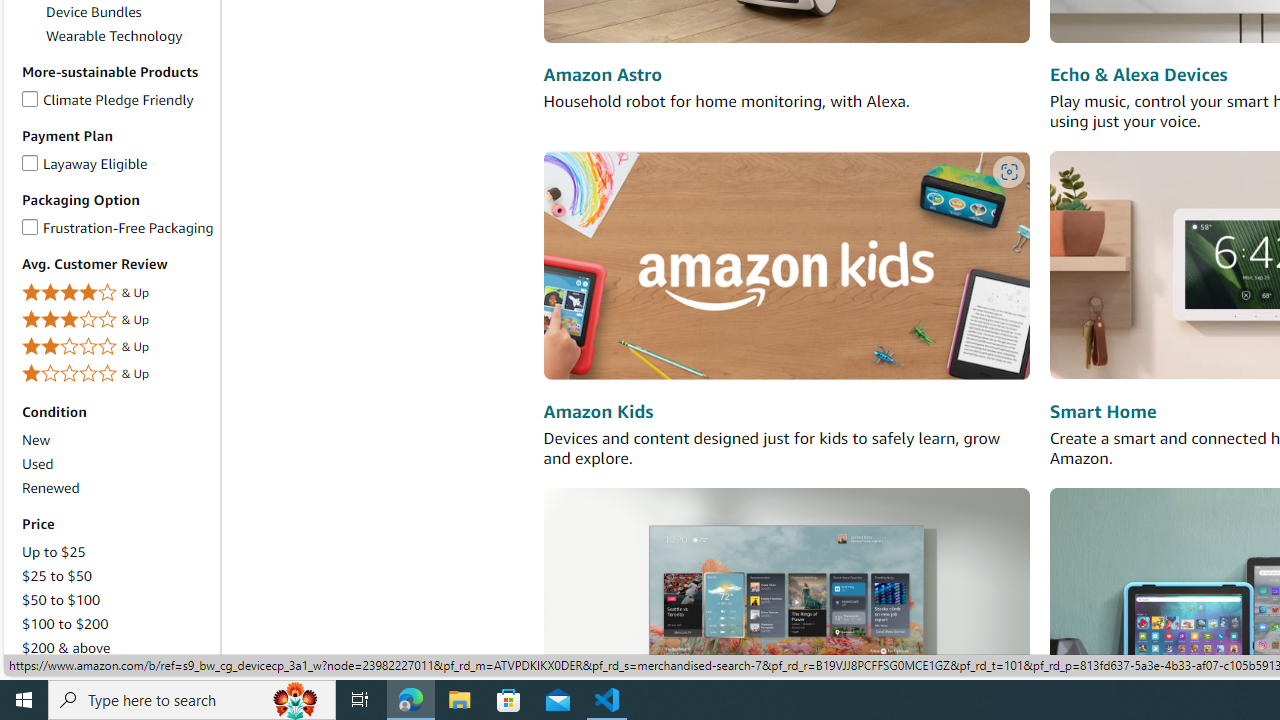  What do you see at coordinates (37, 464) in the screenshot?
I see `'Used'` at bounding box center [37, 464].